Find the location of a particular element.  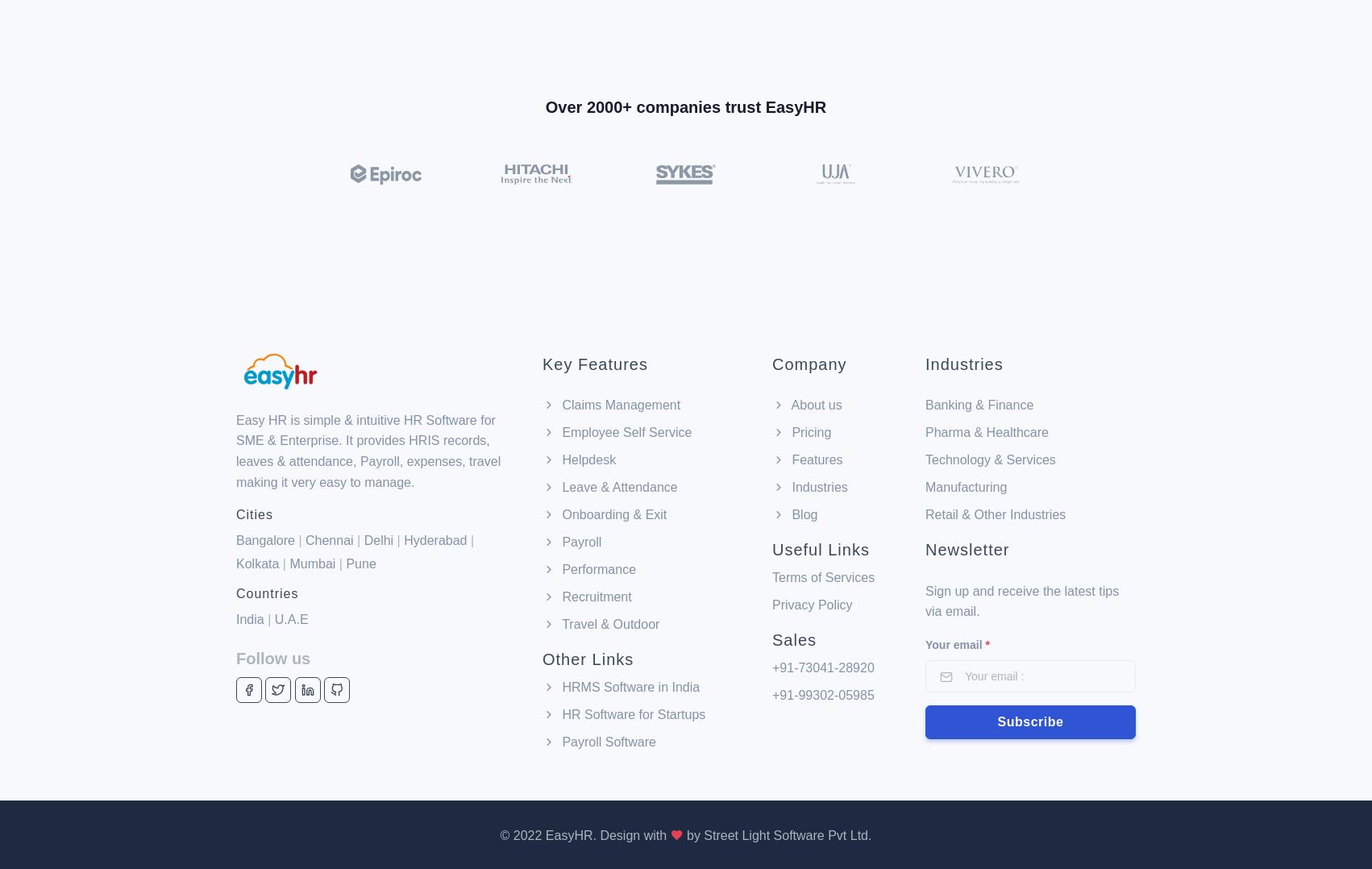

'Helpdesk' is located at coordinates (586, 373).